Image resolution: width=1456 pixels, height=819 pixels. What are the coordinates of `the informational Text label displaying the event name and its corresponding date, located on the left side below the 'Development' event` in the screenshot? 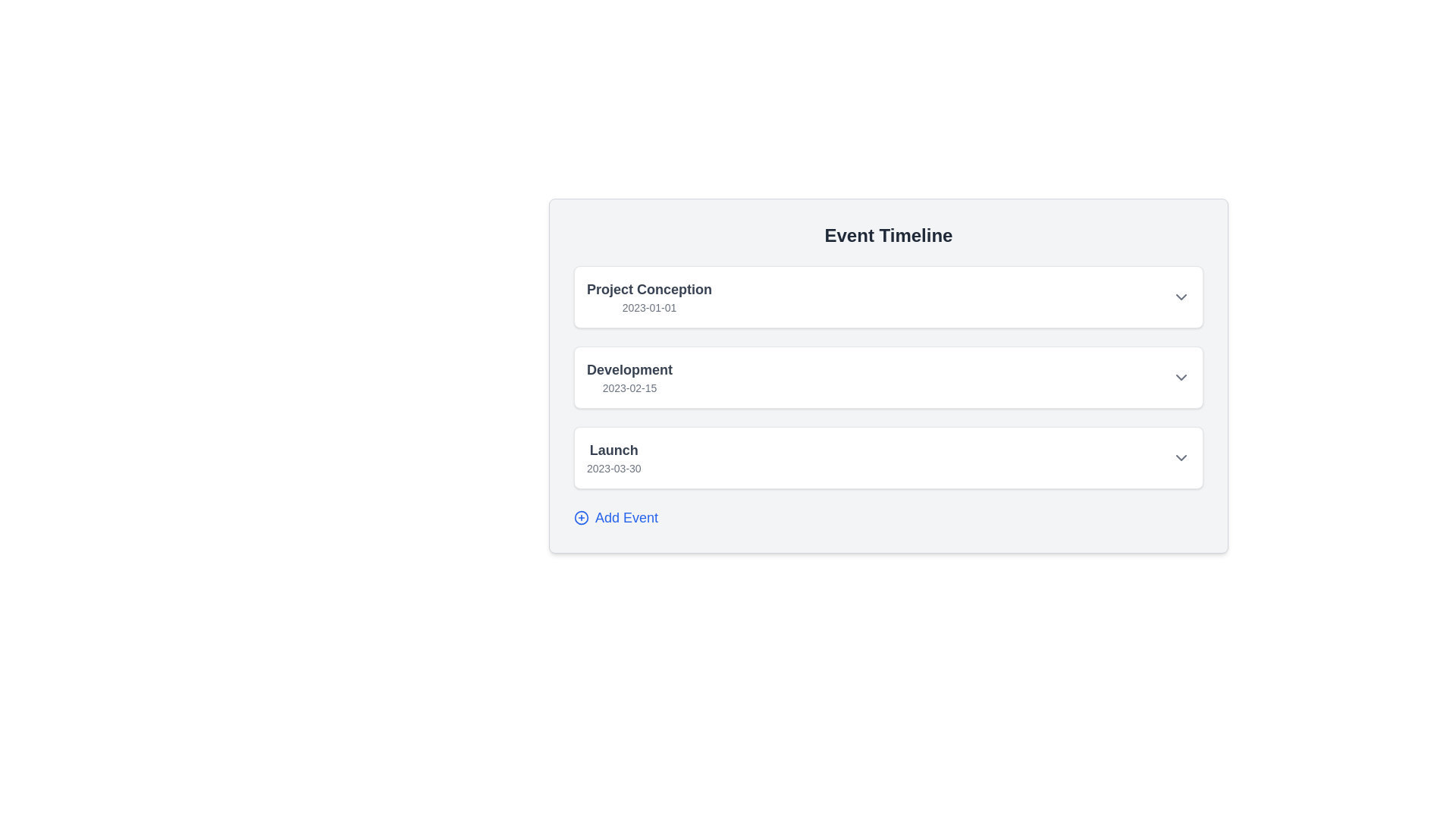 It's located at (613, 457).